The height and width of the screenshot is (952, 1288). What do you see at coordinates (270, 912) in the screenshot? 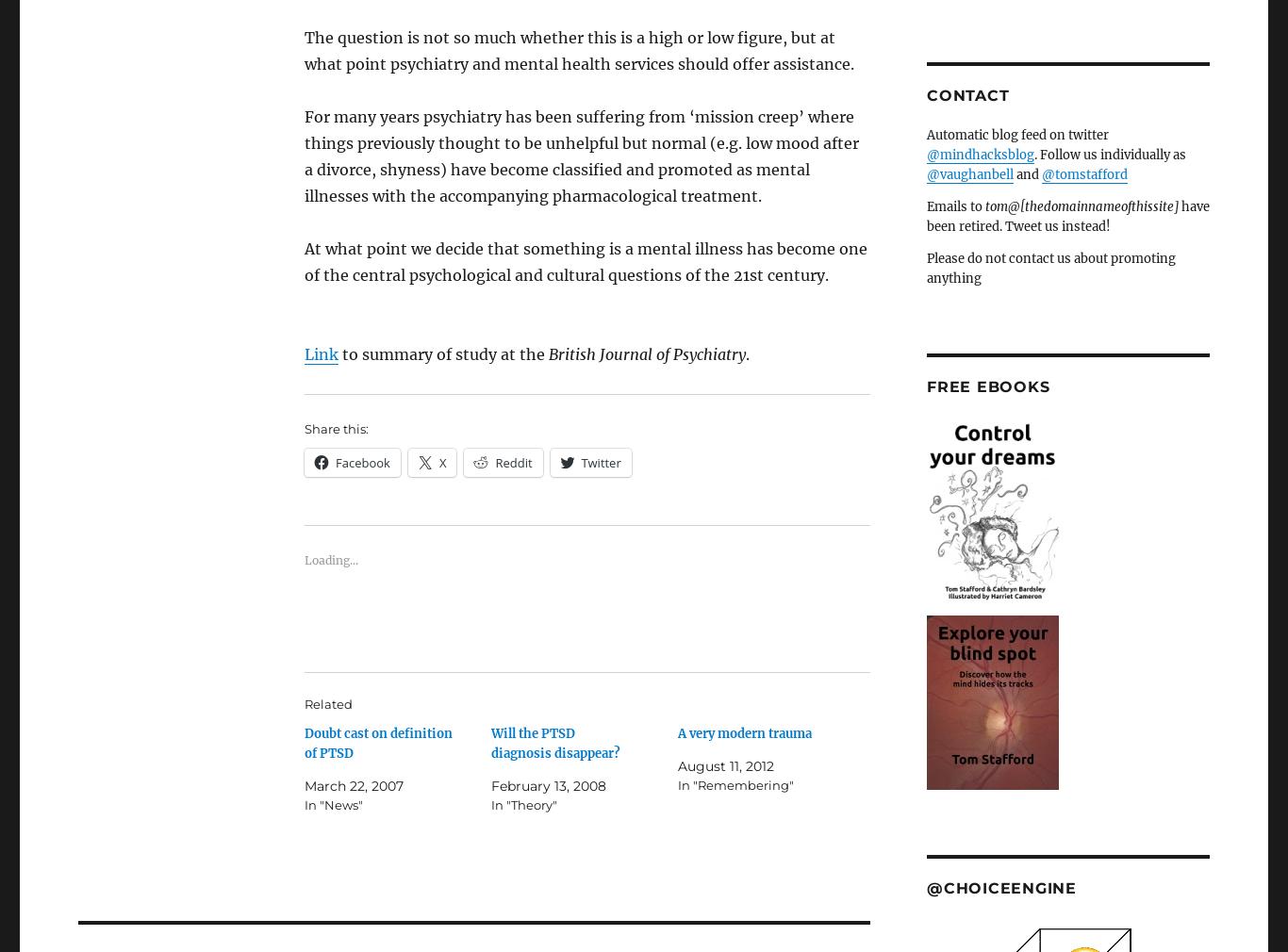
I see `'10 thoughts on “The class of 77%”'` at bounding box center [270, 912].